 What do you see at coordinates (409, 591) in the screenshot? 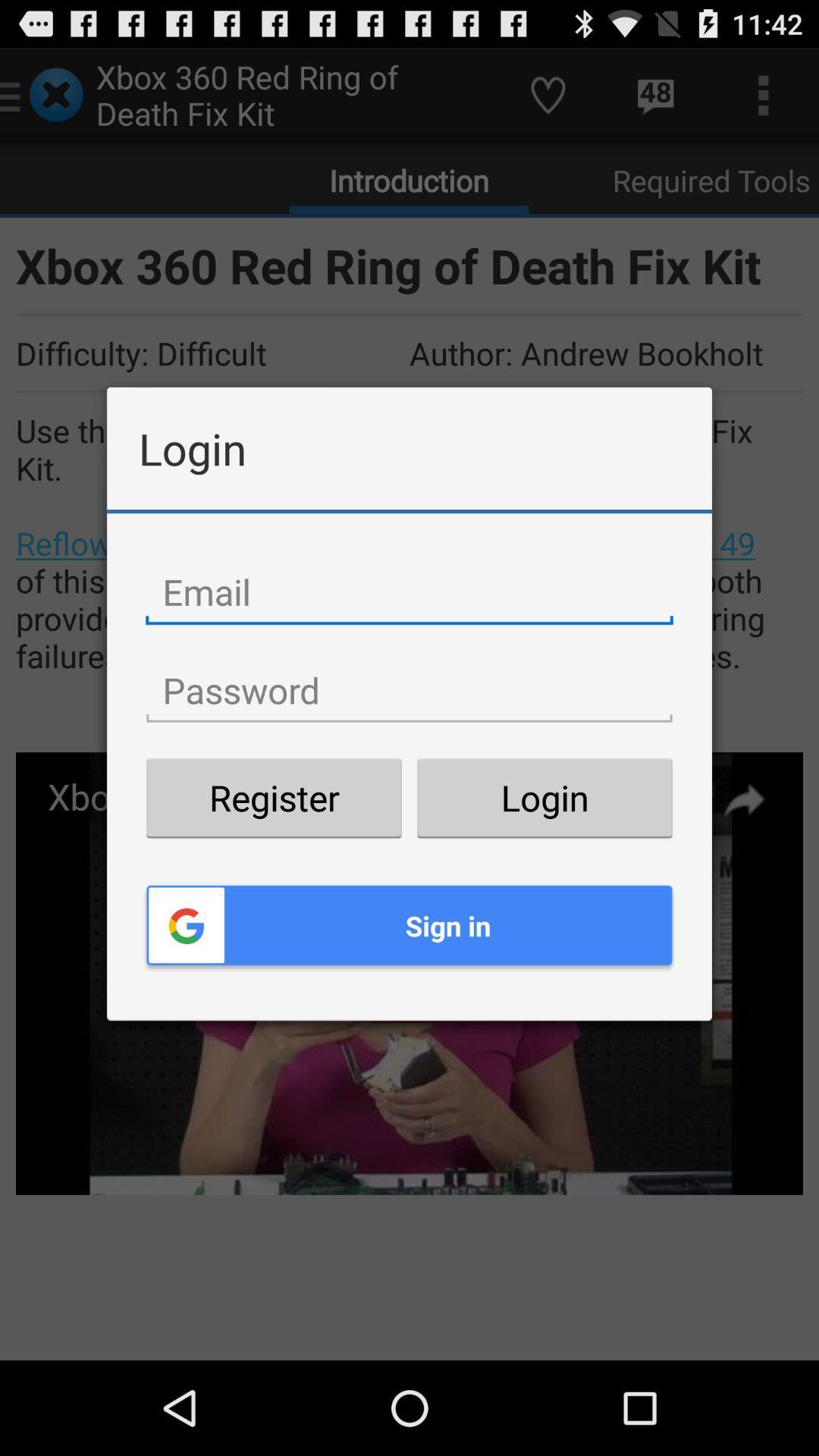
I see `login email` at bounding box center [409, 591].